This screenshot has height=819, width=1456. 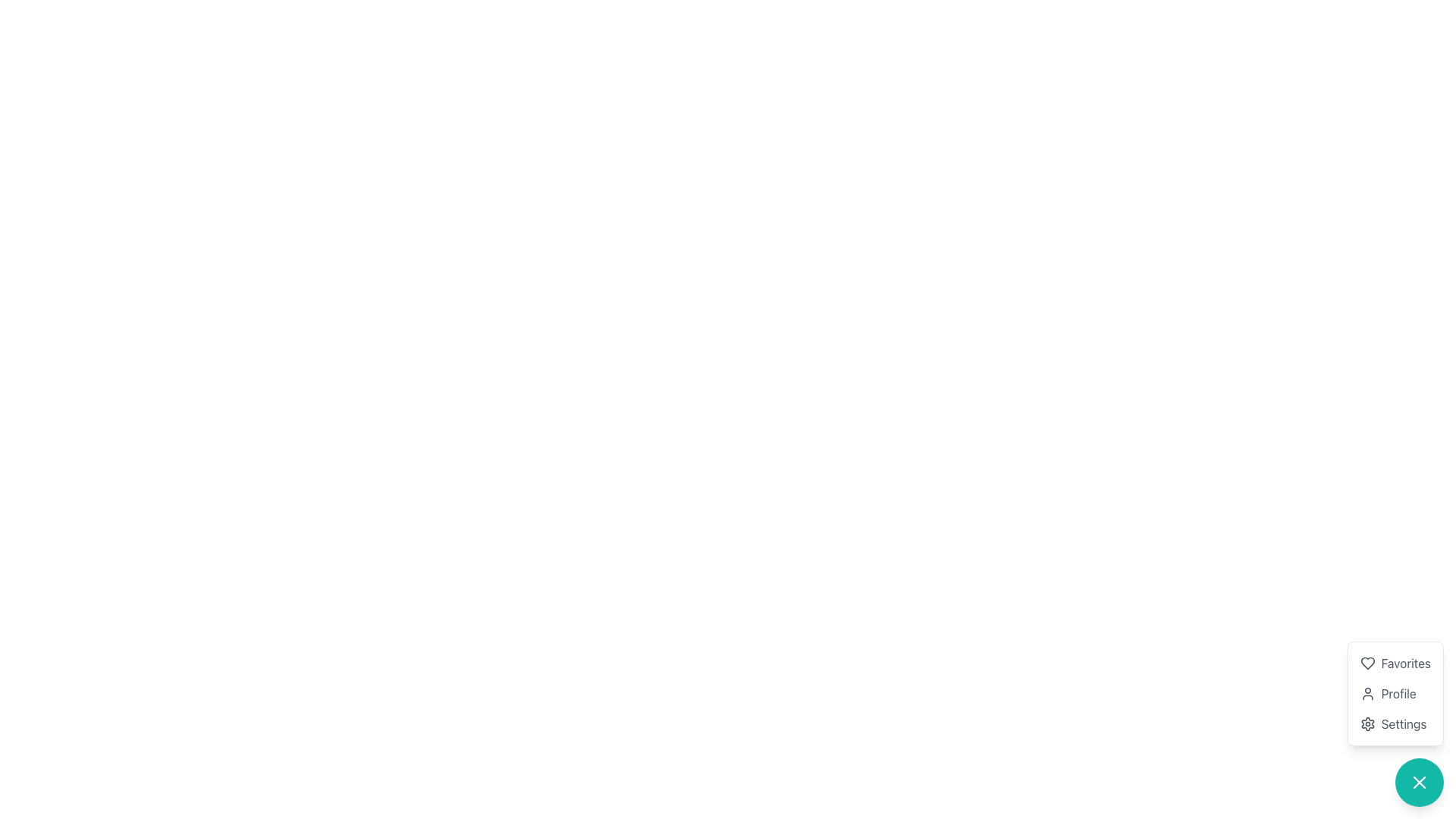 I want to click on the close button located at the bottom right corner of the interface to scale it, so click(x=1419, y=783).